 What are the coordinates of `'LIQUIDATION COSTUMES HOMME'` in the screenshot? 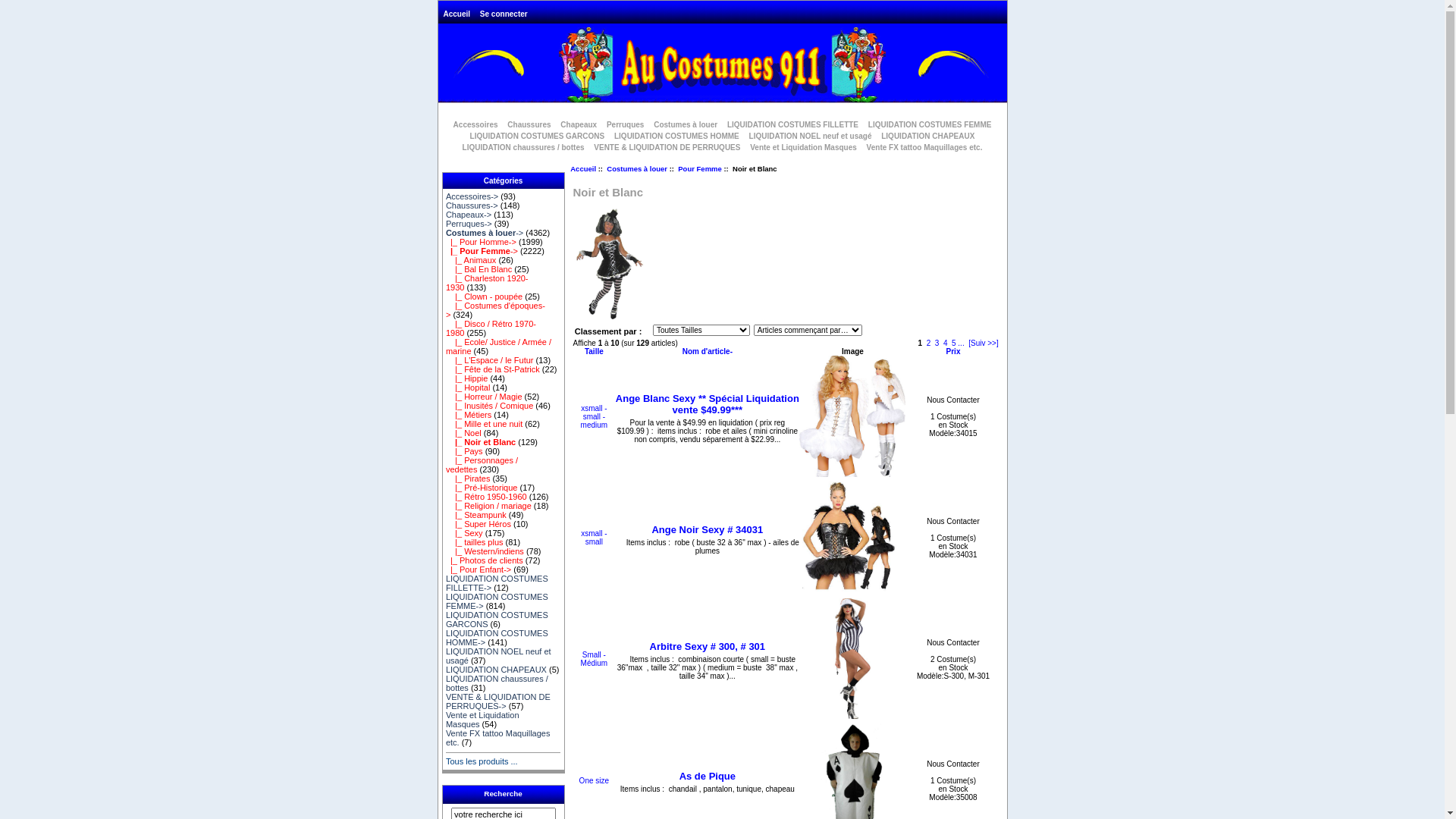 It's located at (676, 135).